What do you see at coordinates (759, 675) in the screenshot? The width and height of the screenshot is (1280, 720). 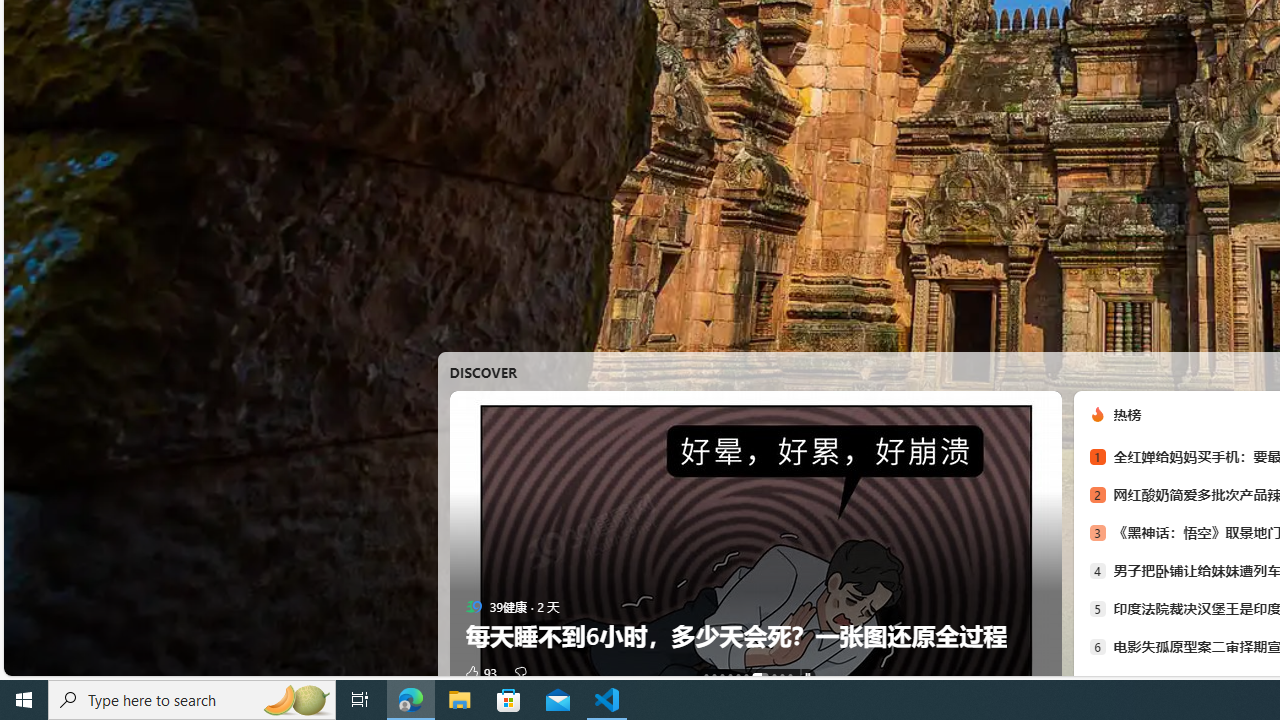 I see `'AutomationID: tab-6'` at bounding box center [759, 675].